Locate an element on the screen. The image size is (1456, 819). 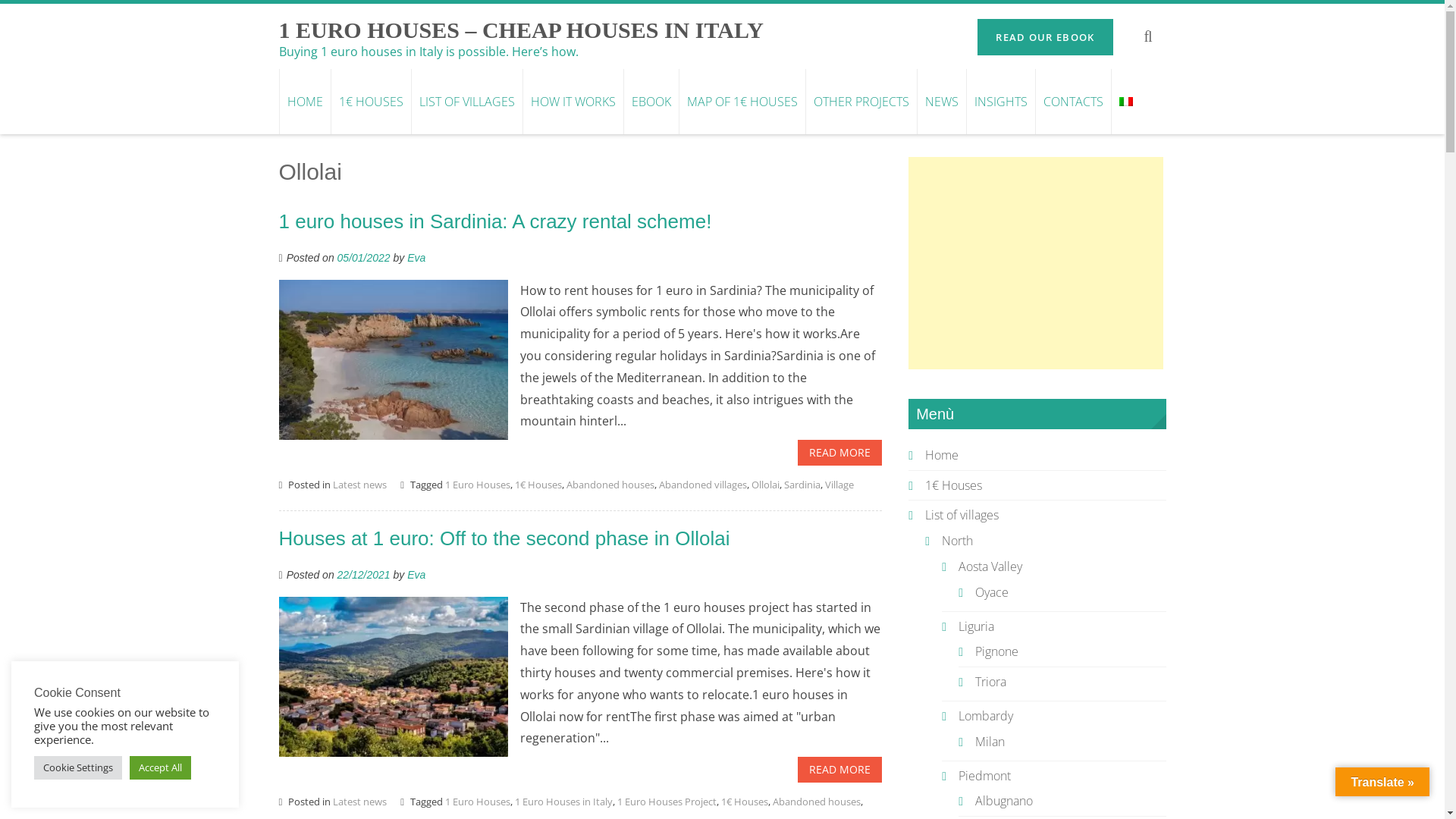
'OTHER PROJECTS' is located at coordinates (804, 102).